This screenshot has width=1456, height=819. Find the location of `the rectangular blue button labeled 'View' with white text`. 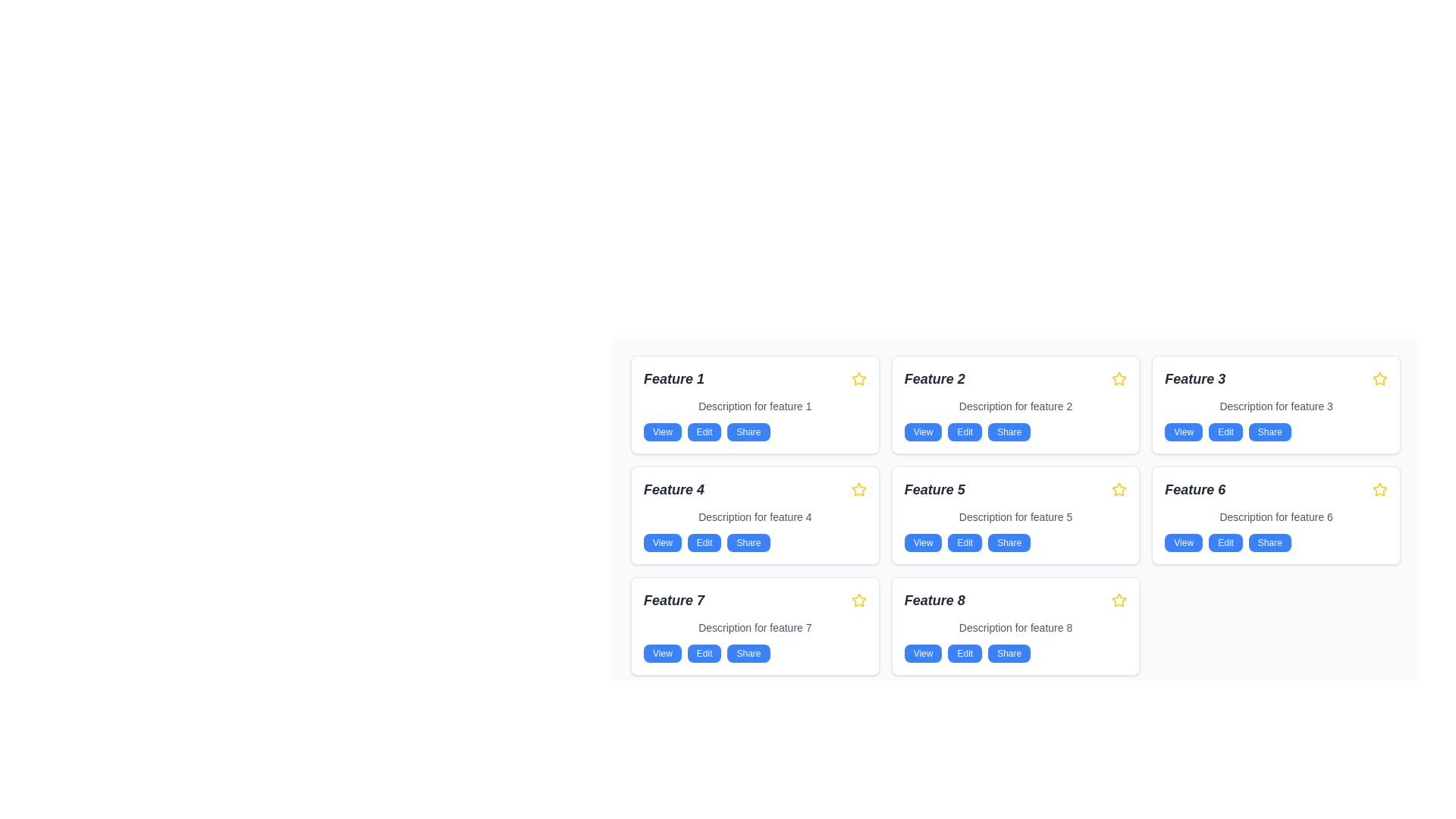

the rectangular blue button labeled 'View' with white text is located at coordinates (922, 432).